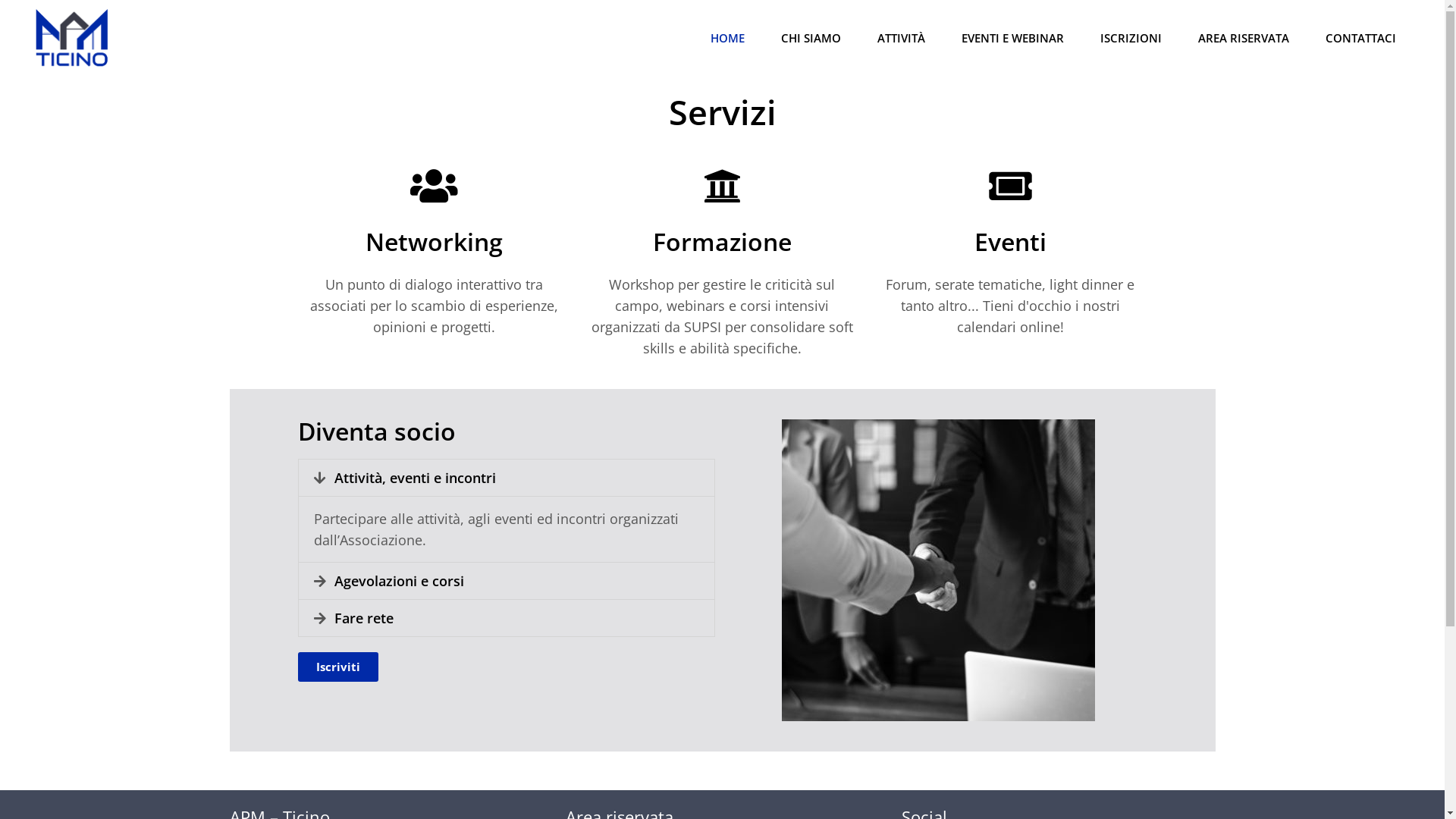 The height and width of the screenshot is (819, 1456). Describe the element at coordinates (337, 666) in the screenshot. I see `'Iscriviti'` at that location.